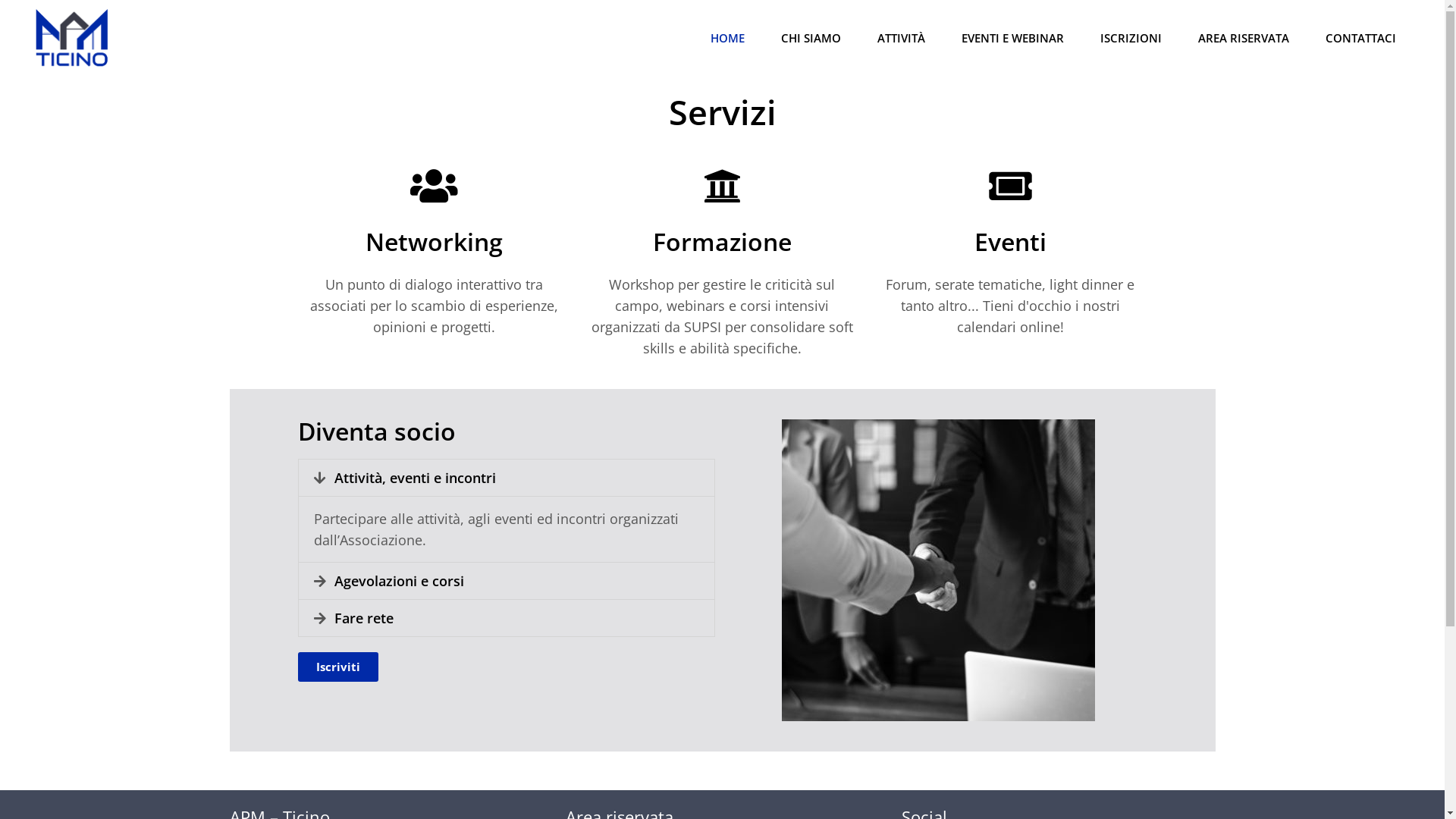 The height and width of the screenshot is (819, 1456). Describe the element at coordinates (337, 666) in the screenshot. I see `'Iscriviti'` at that location.